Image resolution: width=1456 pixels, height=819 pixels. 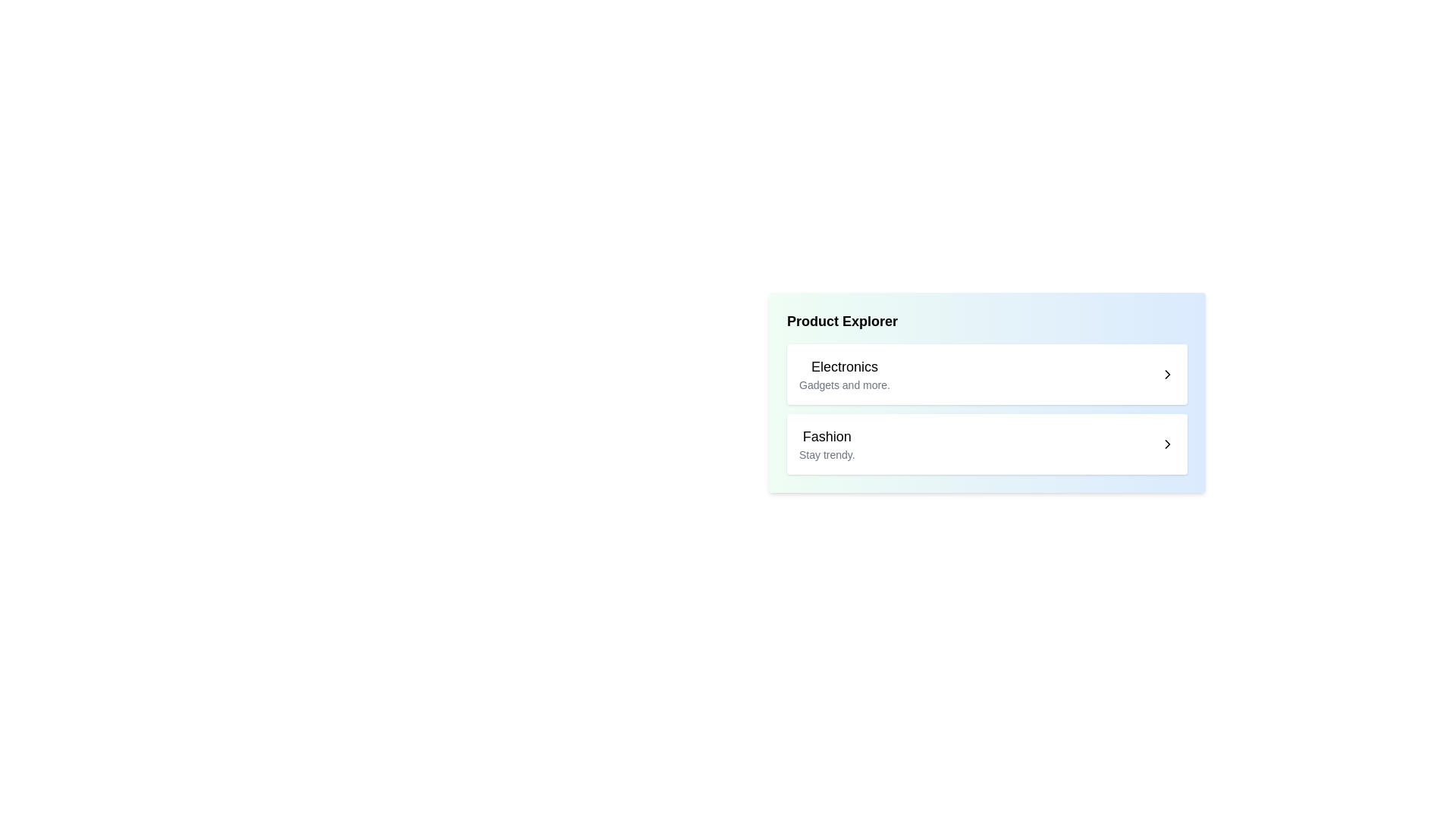 I want to click on the 'Fashion' category card, which is the second item in the vertically stacked list below the 'Electronics' section, so click(x=987, y=444).